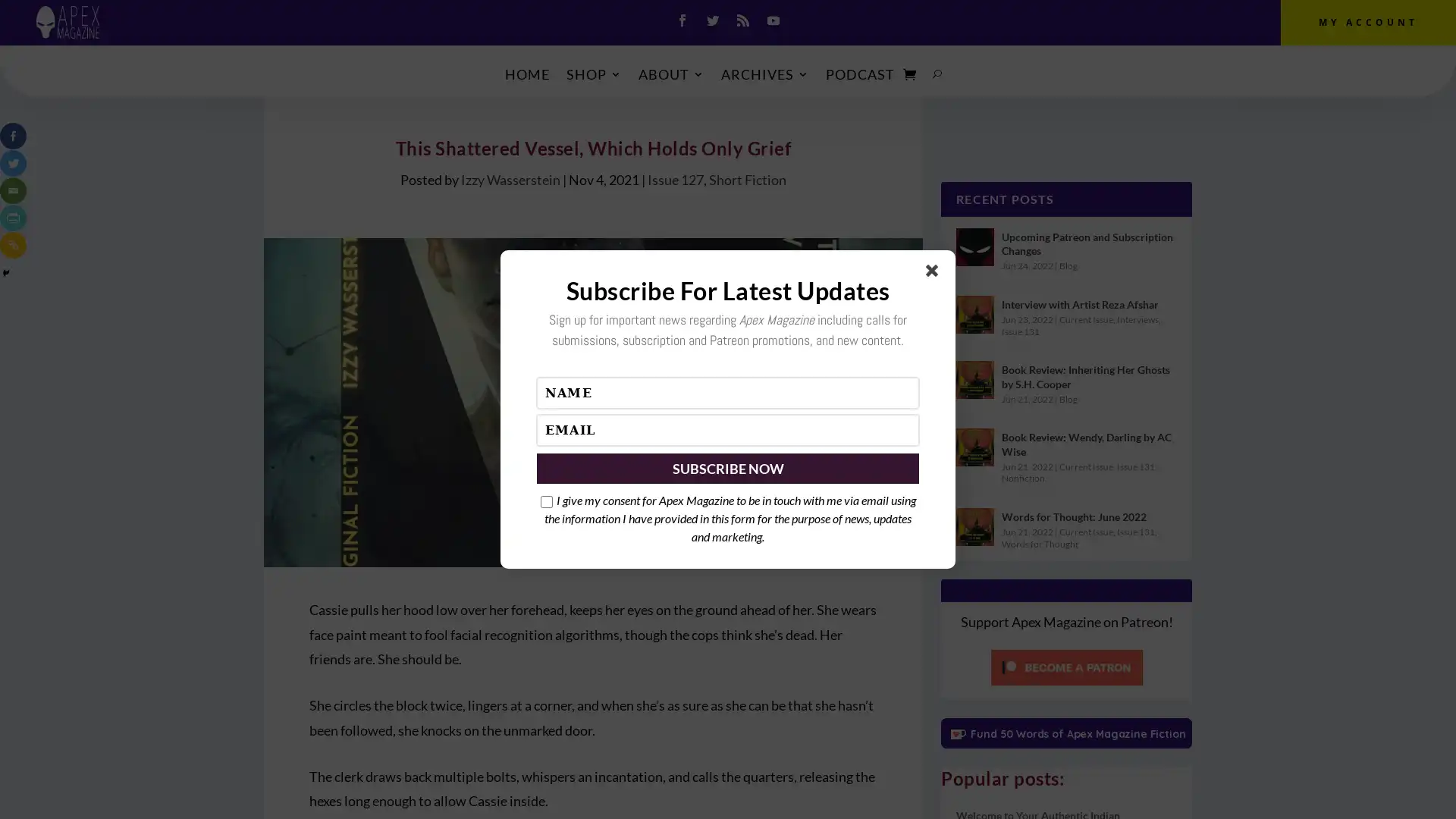 The height and width of the screenshot is (819, 1456). What do you see at coordinates (728, 467) in the screenshot?
I see `Subscribe Now` at bounding box center [728, 467].